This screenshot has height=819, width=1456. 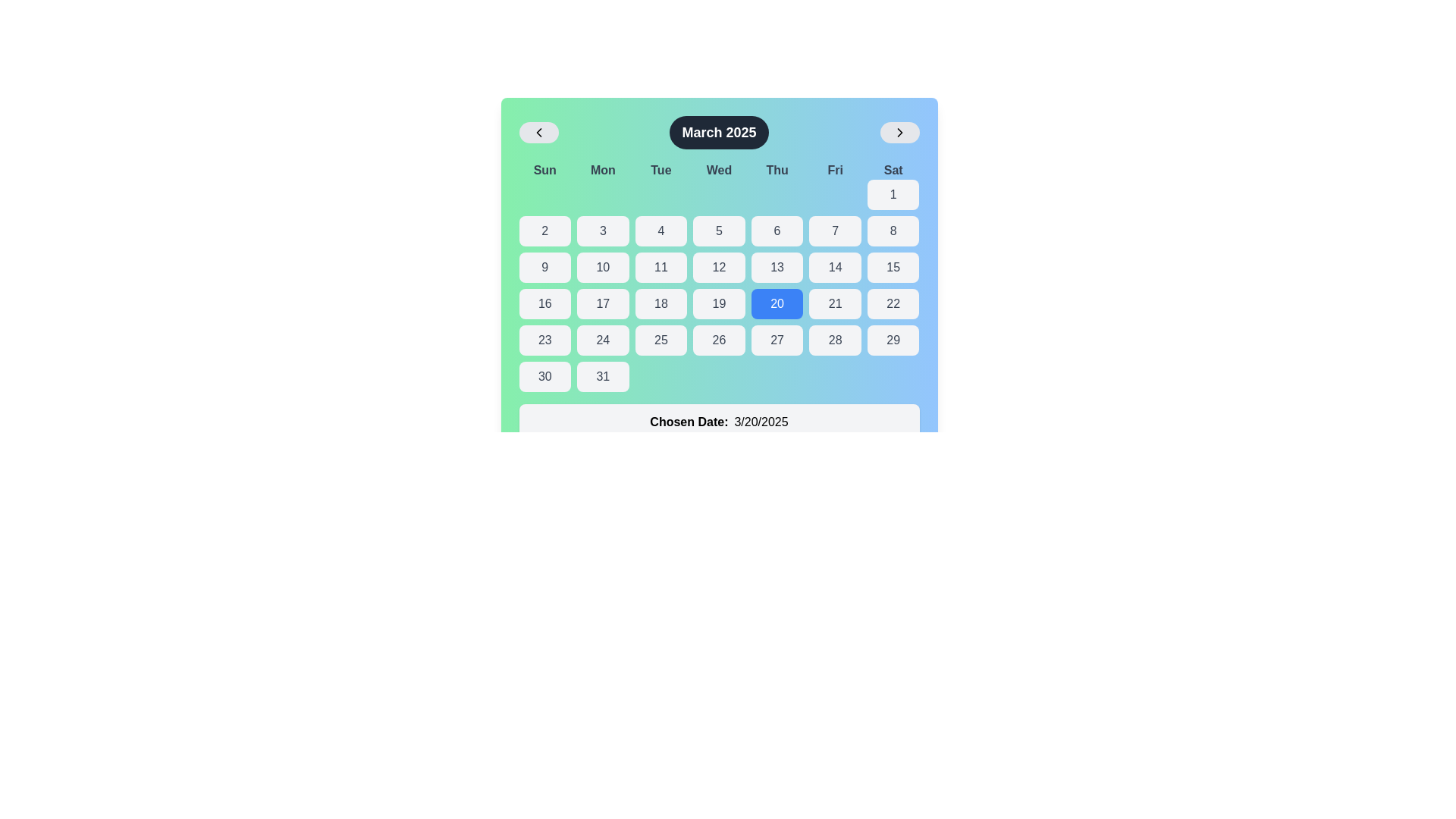 What do you see at coordinates (602, 170) in the screenshot?
I see `the Text label representing 'Monday' in the weekly calendar header, which is positioned between 'Sun' and 'Tue'` at bounding box center [602, 170].